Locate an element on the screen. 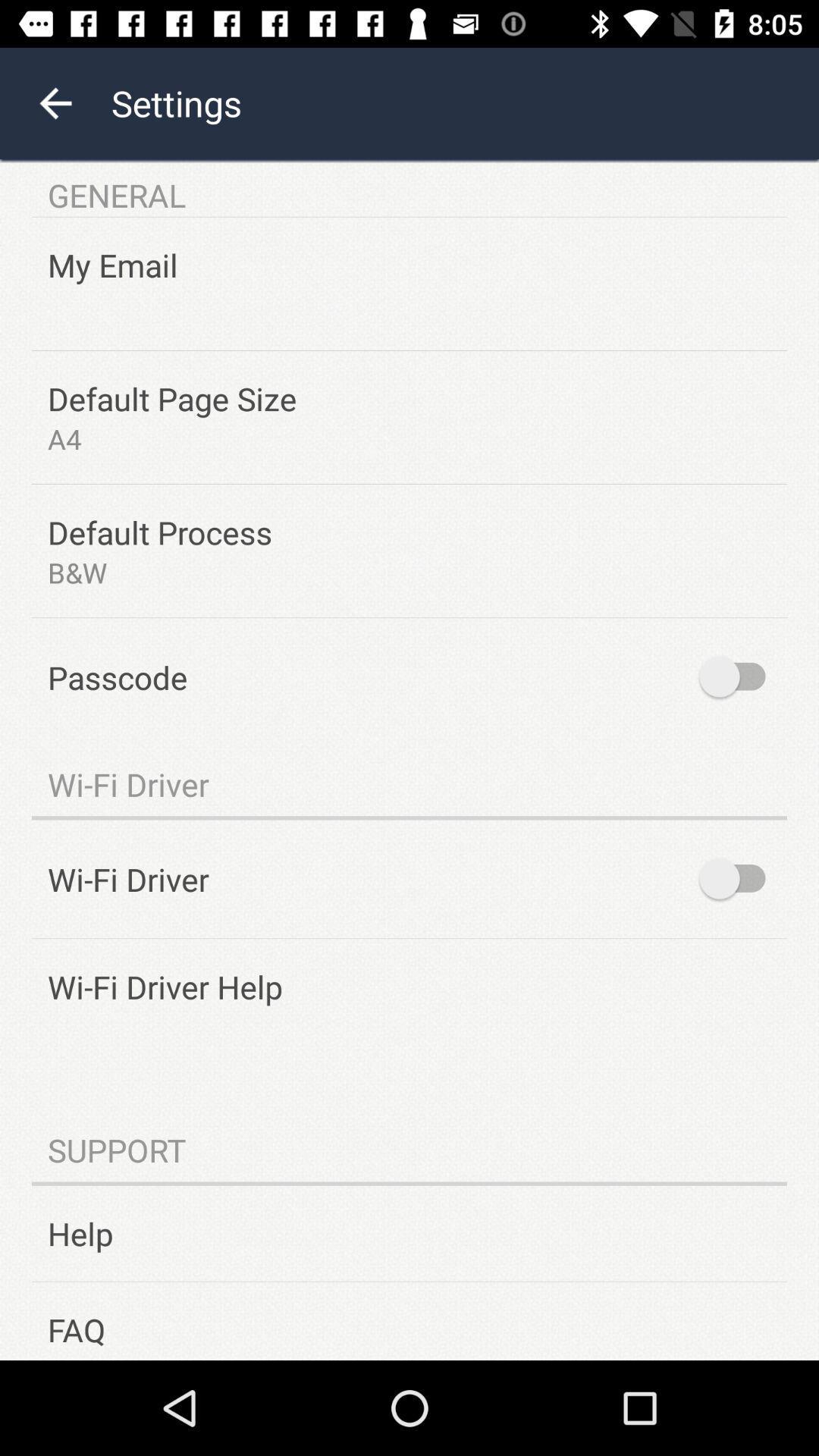 Image resolution: width=819 pixels, height=1456 pixels. the arrow_backward icon is located at coordinates (55, 102).